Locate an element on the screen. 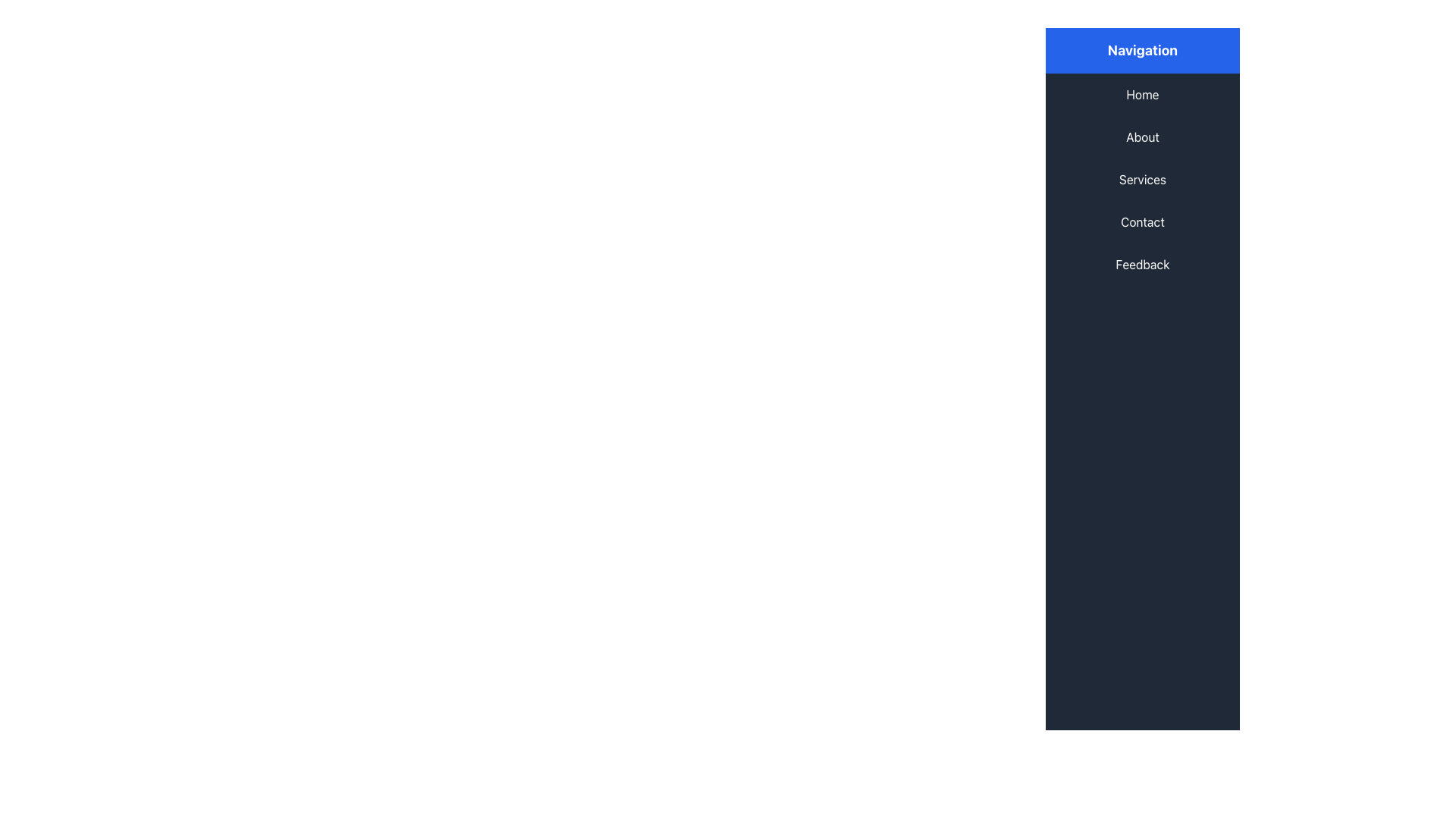 The image size is (1456, 819). the 'Services' navigation button located in the sidebar menu, which is the third button in a vertical list, positioned between 'About' and 'Contact' is located at coordinates (1143, 178).